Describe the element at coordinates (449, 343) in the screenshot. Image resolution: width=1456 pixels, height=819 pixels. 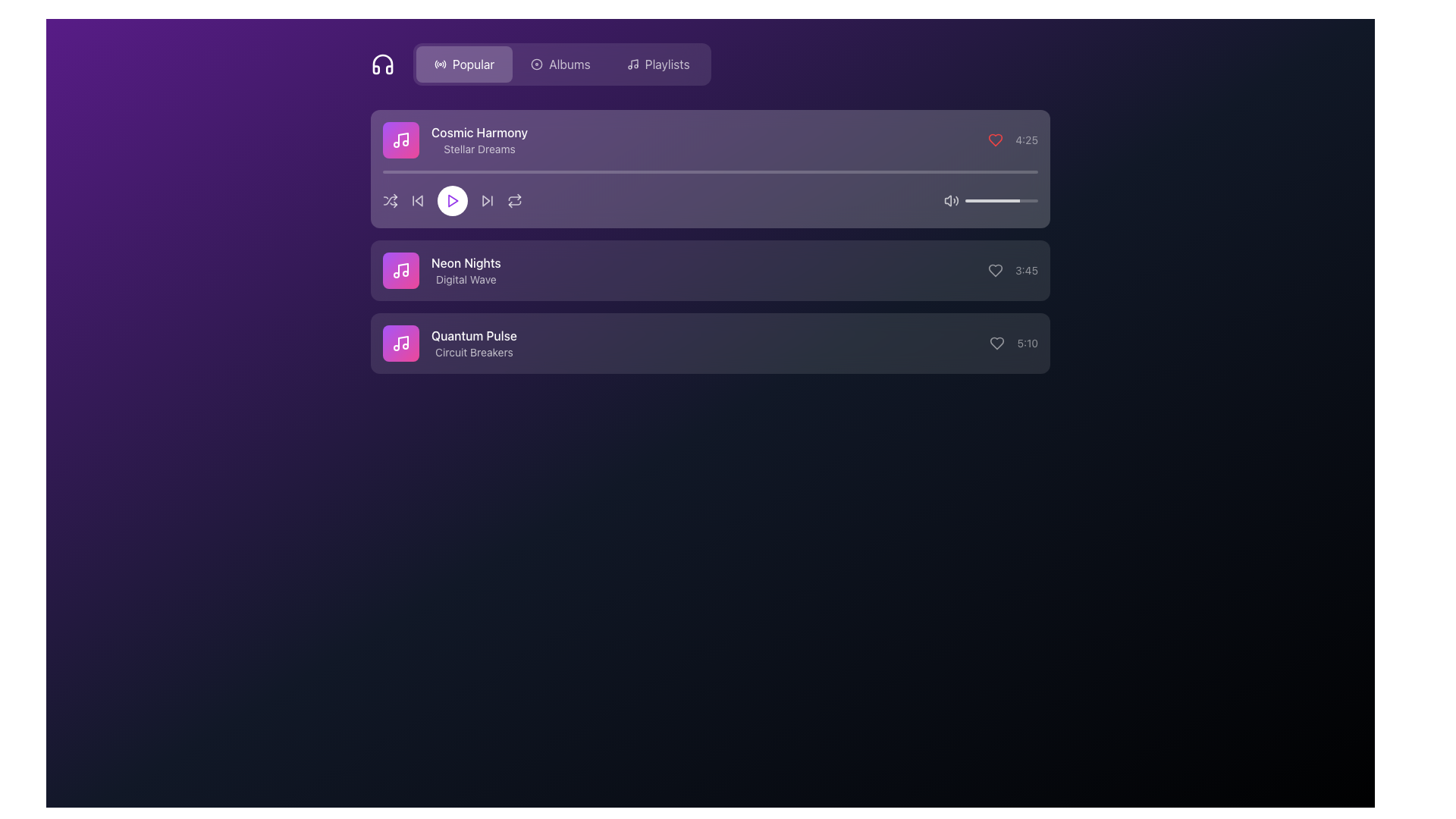
I see `the list item element labeled 'Quantum Pulse' with a music note icon` at that location.